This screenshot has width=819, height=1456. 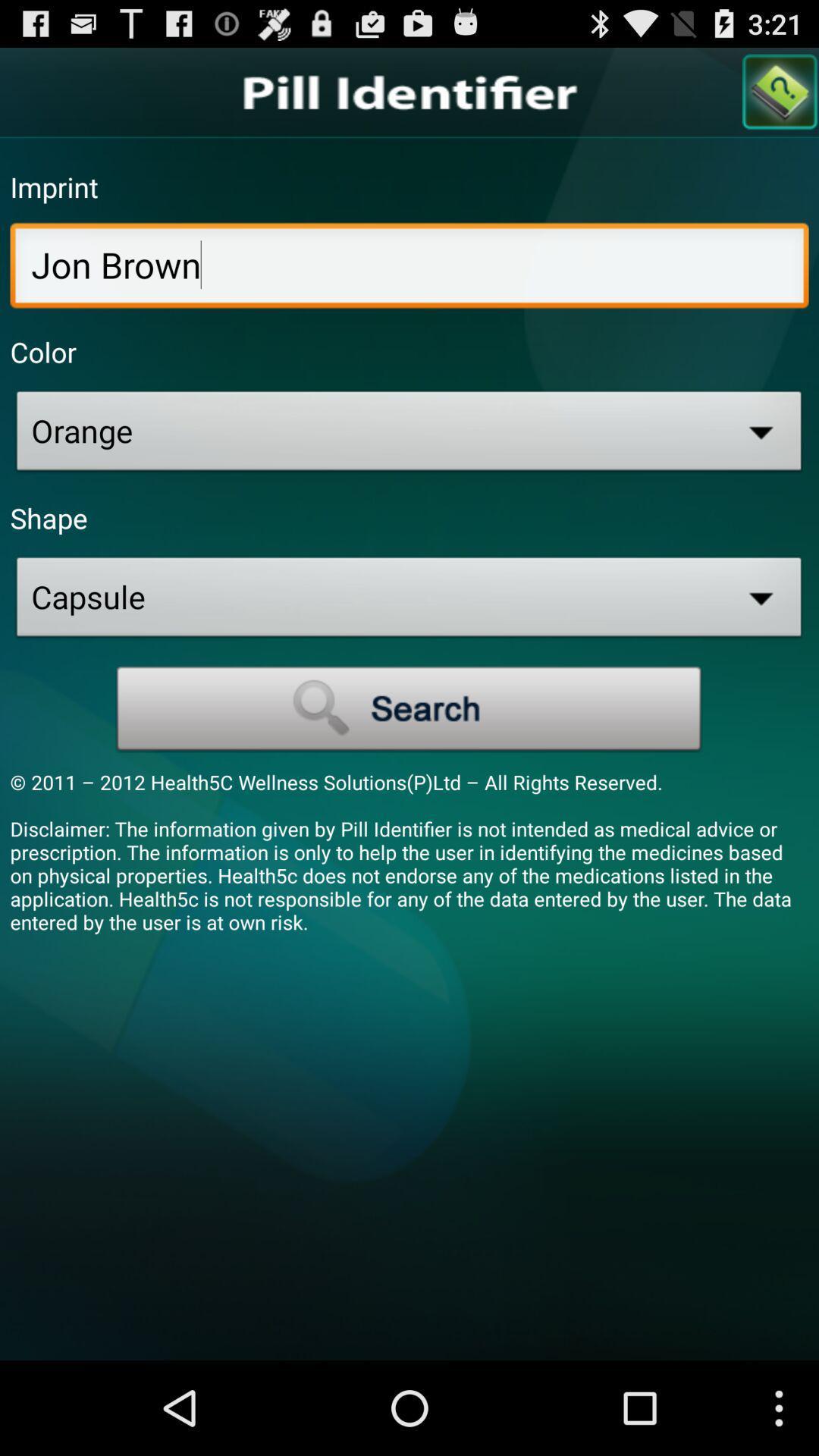 I want to click on search for specifics, so click(x=409, y=708).